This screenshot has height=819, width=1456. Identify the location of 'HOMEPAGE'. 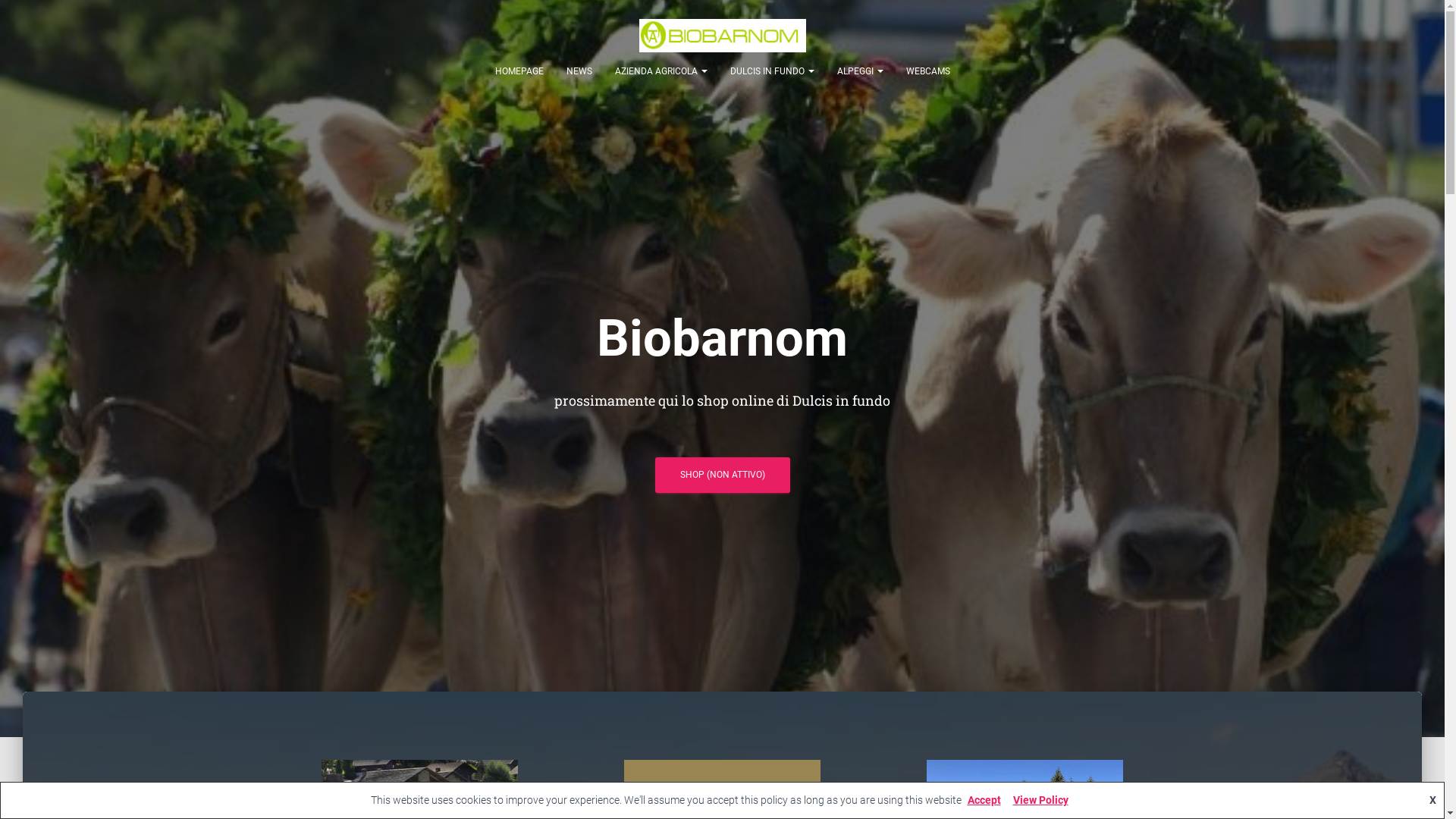
(519, 71).